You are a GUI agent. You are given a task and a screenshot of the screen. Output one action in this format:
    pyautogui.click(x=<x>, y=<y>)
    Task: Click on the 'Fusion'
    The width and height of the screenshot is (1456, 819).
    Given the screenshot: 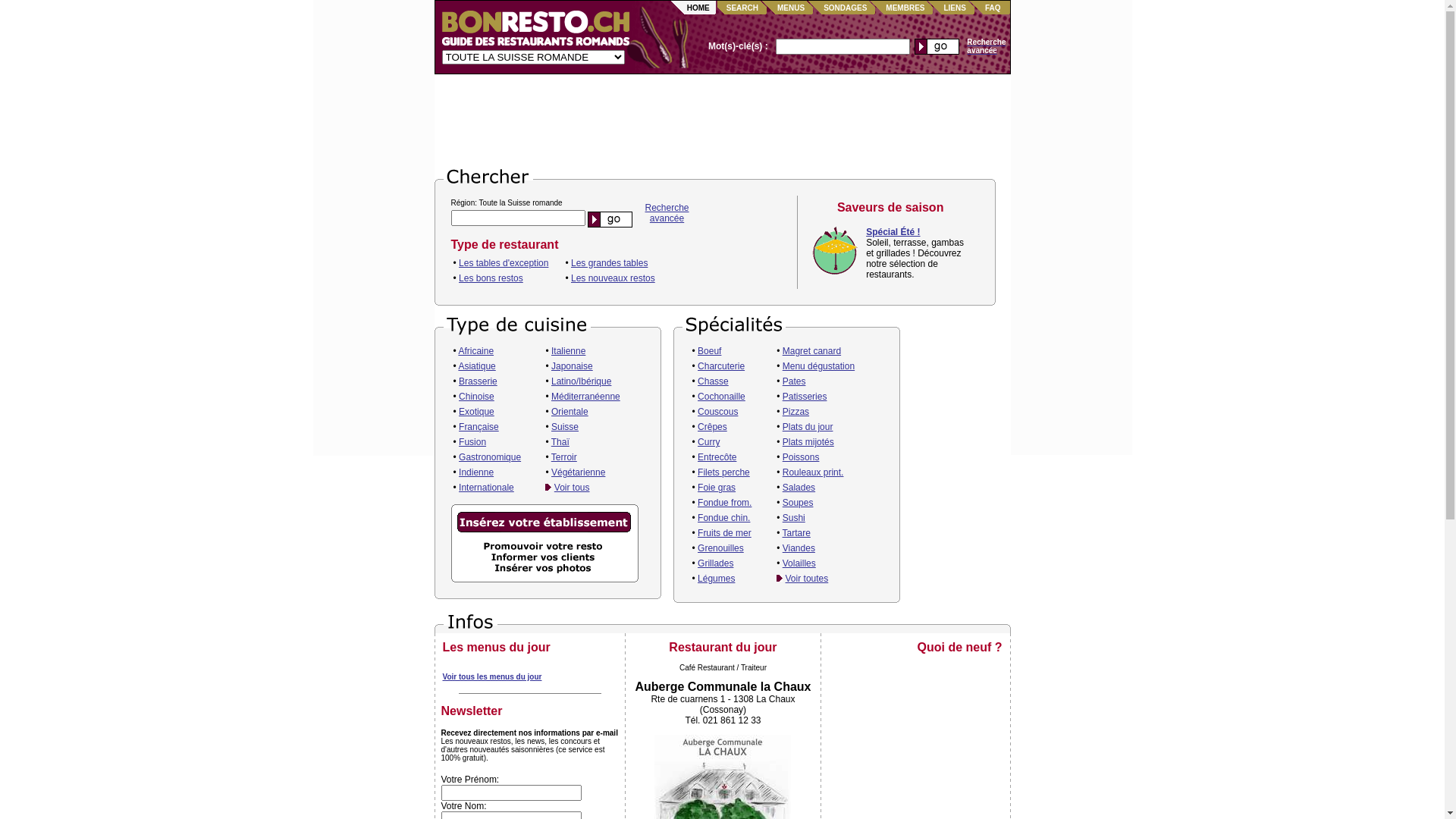 What is the action you would take?
    pyautogui.click(x=472, y=441)
    